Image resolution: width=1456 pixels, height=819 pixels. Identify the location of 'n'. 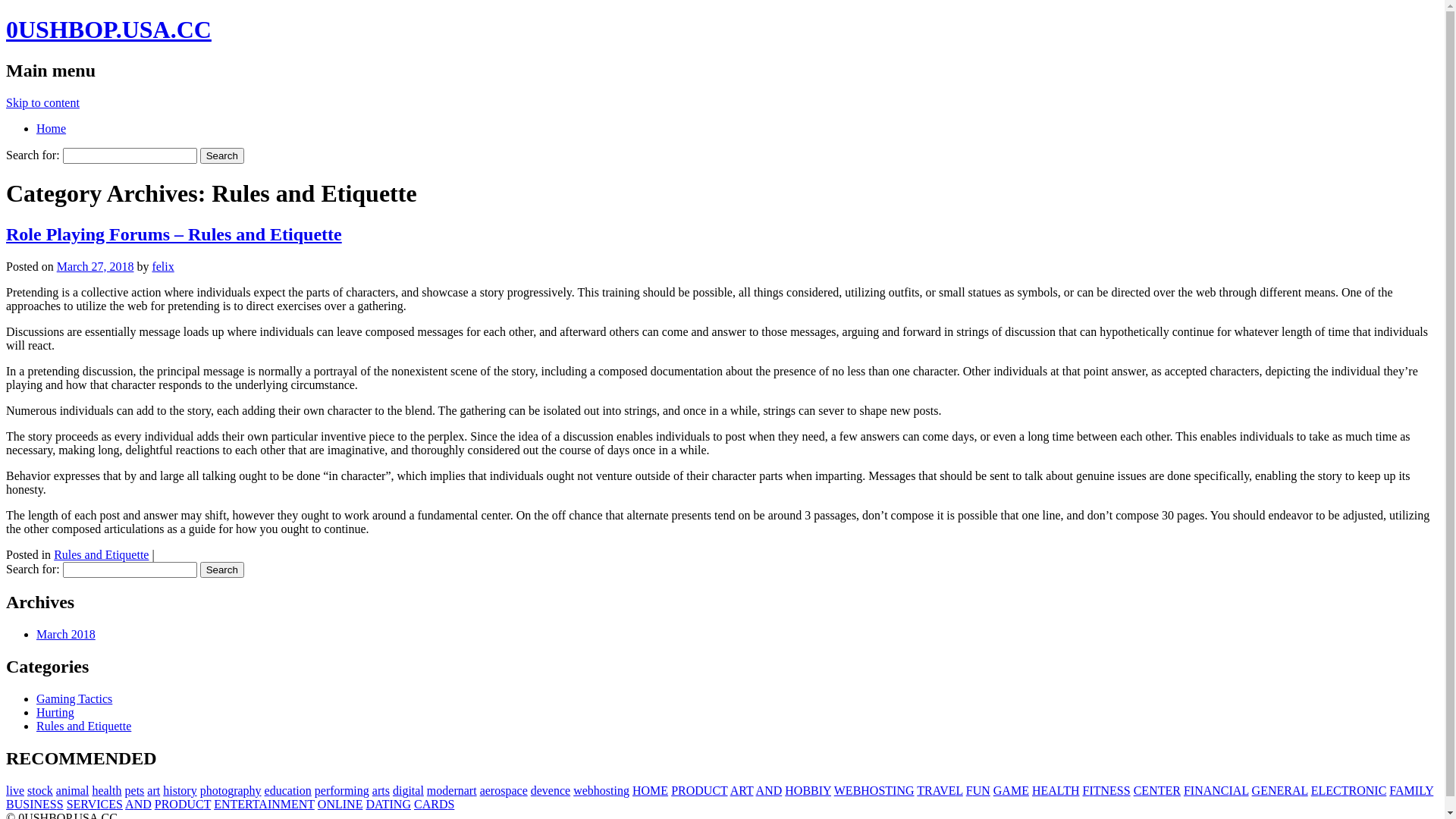
(556, 789).